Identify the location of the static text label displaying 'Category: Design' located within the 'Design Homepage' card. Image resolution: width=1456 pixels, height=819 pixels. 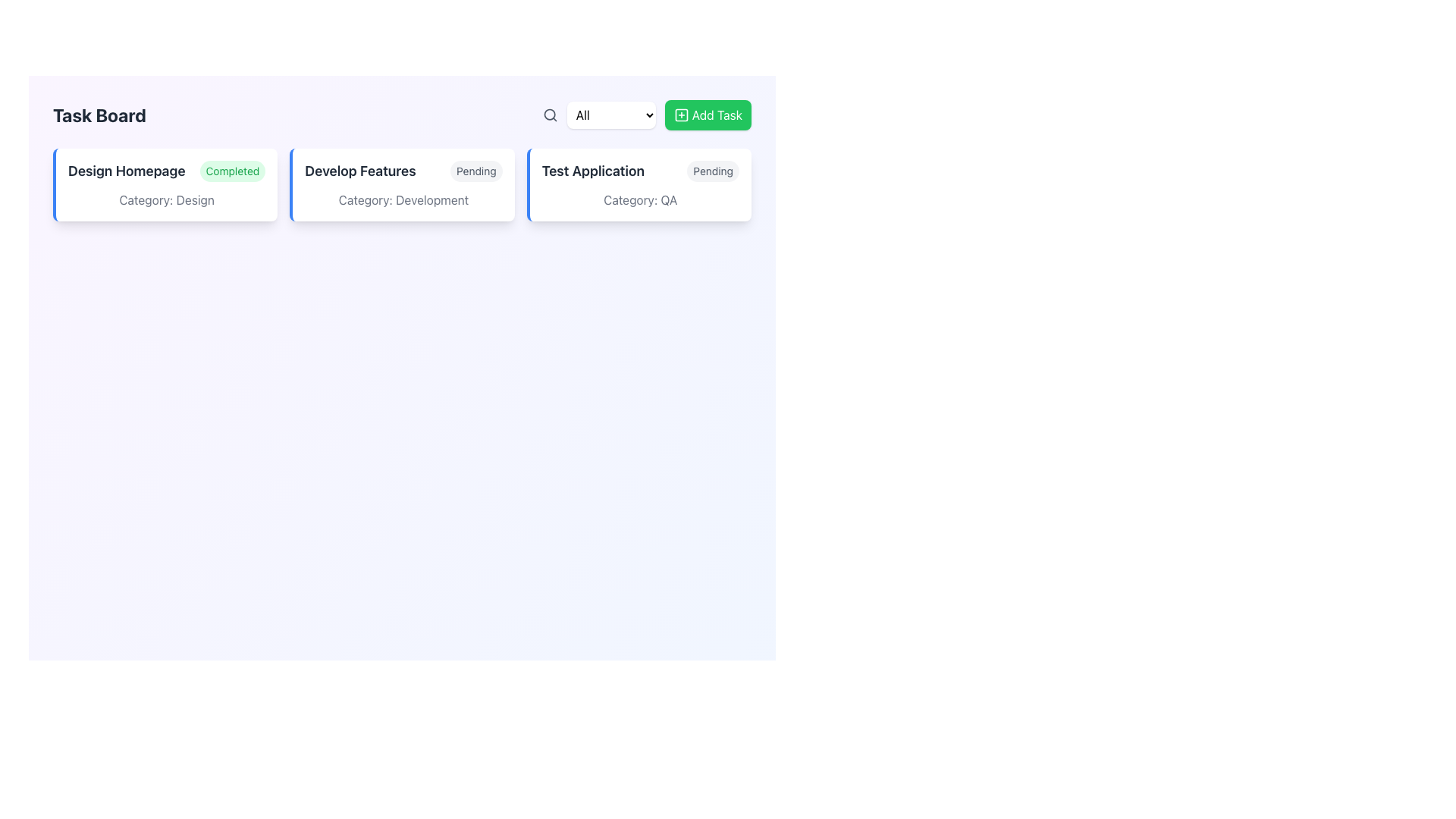
(167, 199).